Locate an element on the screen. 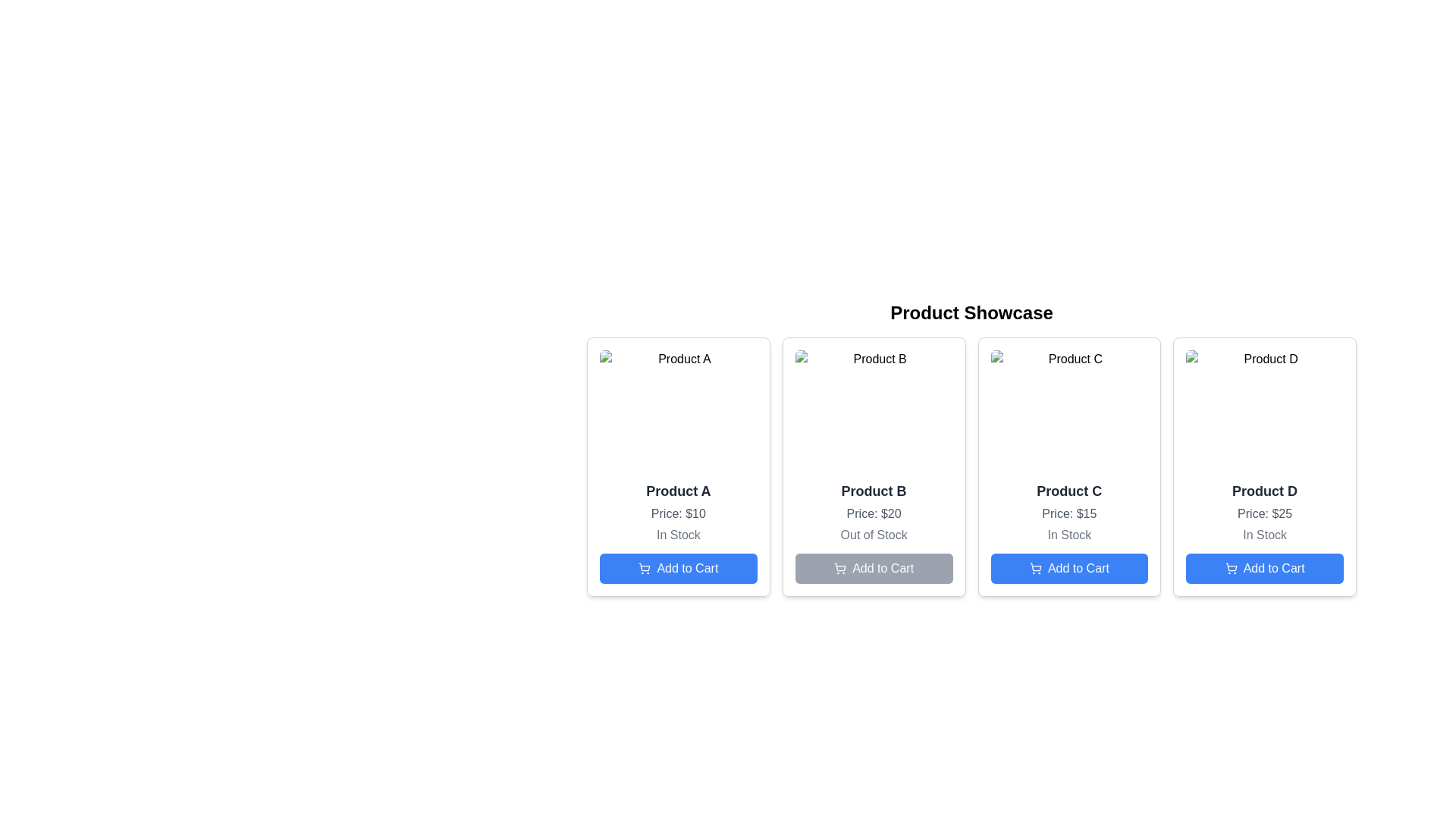 Image resolution: width=1456 pixels, height=819 pixels. the product display card located at the far right of the grid layout is located at coordinates (1265, 466).